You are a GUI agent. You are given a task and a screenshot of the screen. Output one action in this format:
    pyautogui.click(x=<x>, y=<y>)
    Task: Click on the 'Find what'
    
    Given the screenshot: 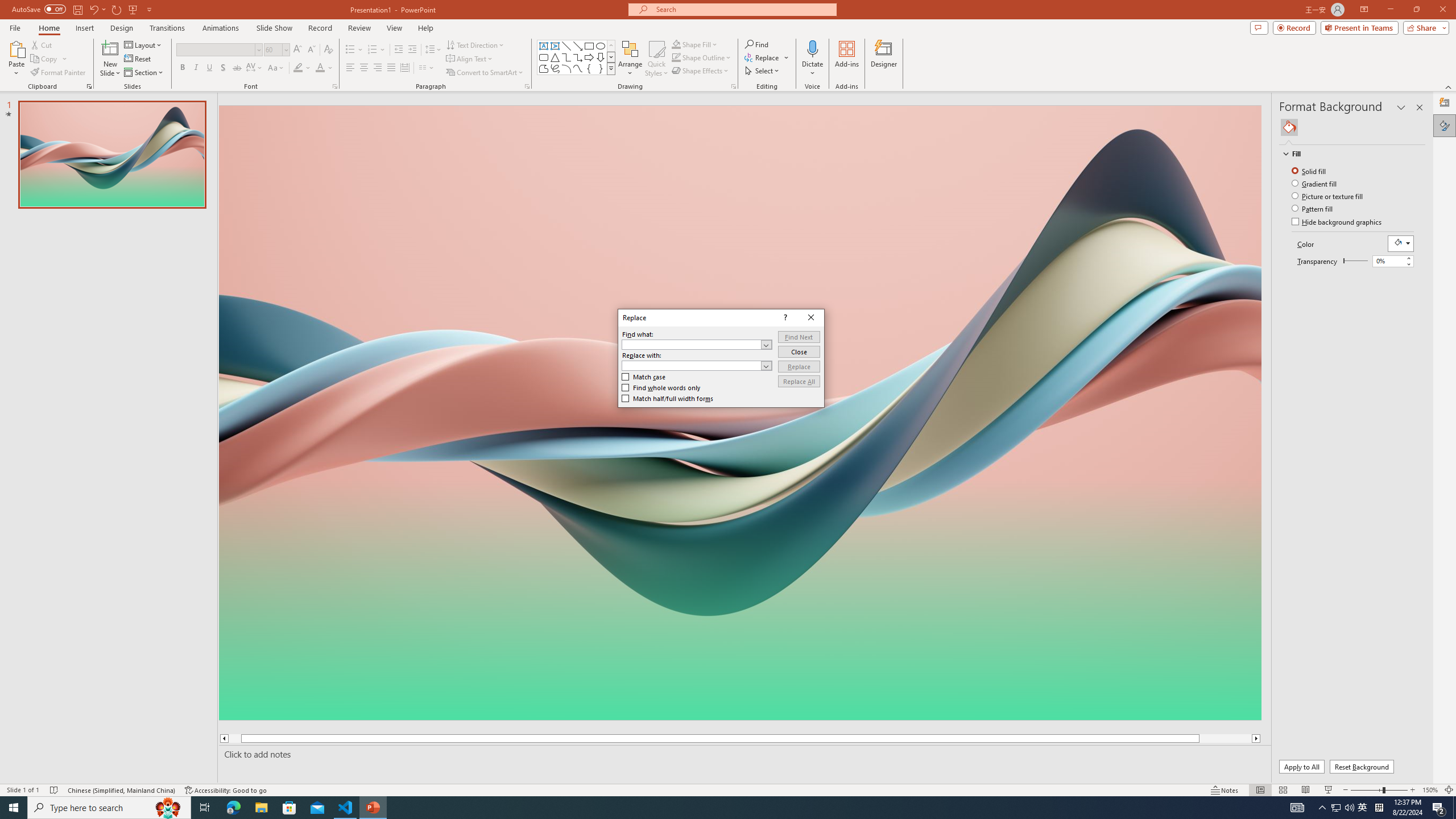 What is the action you would take?
    pyautogui.click(x=691, y=344)
    